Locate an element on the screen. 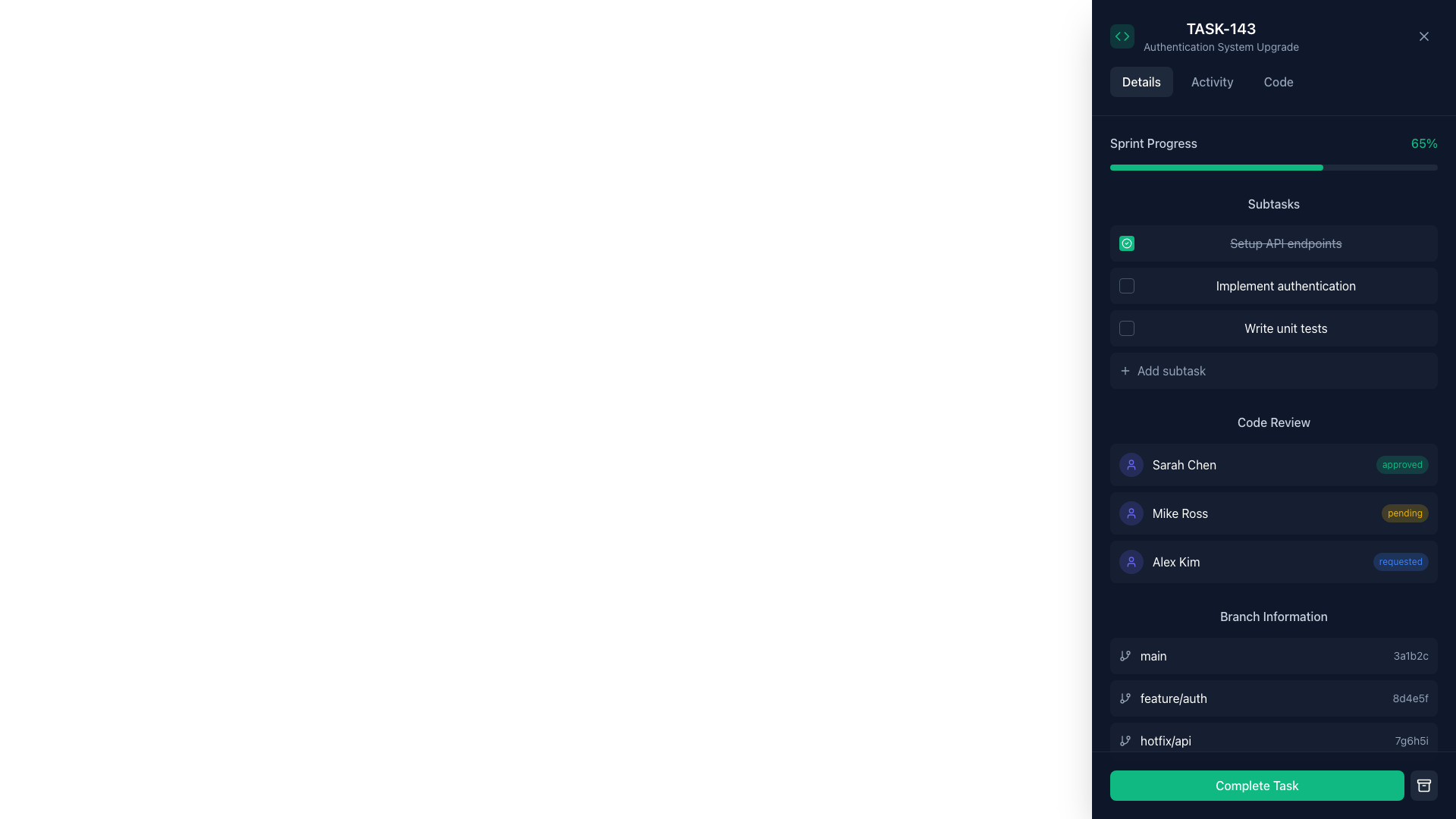 This screenshot has width=1456, height=819. the 'Subtasks' text label located at the top of the 'Details' sub-panel, which is visually distinct with slate-gray color and serves as a title for the subtasks list is located at coordinates (1274, 203).